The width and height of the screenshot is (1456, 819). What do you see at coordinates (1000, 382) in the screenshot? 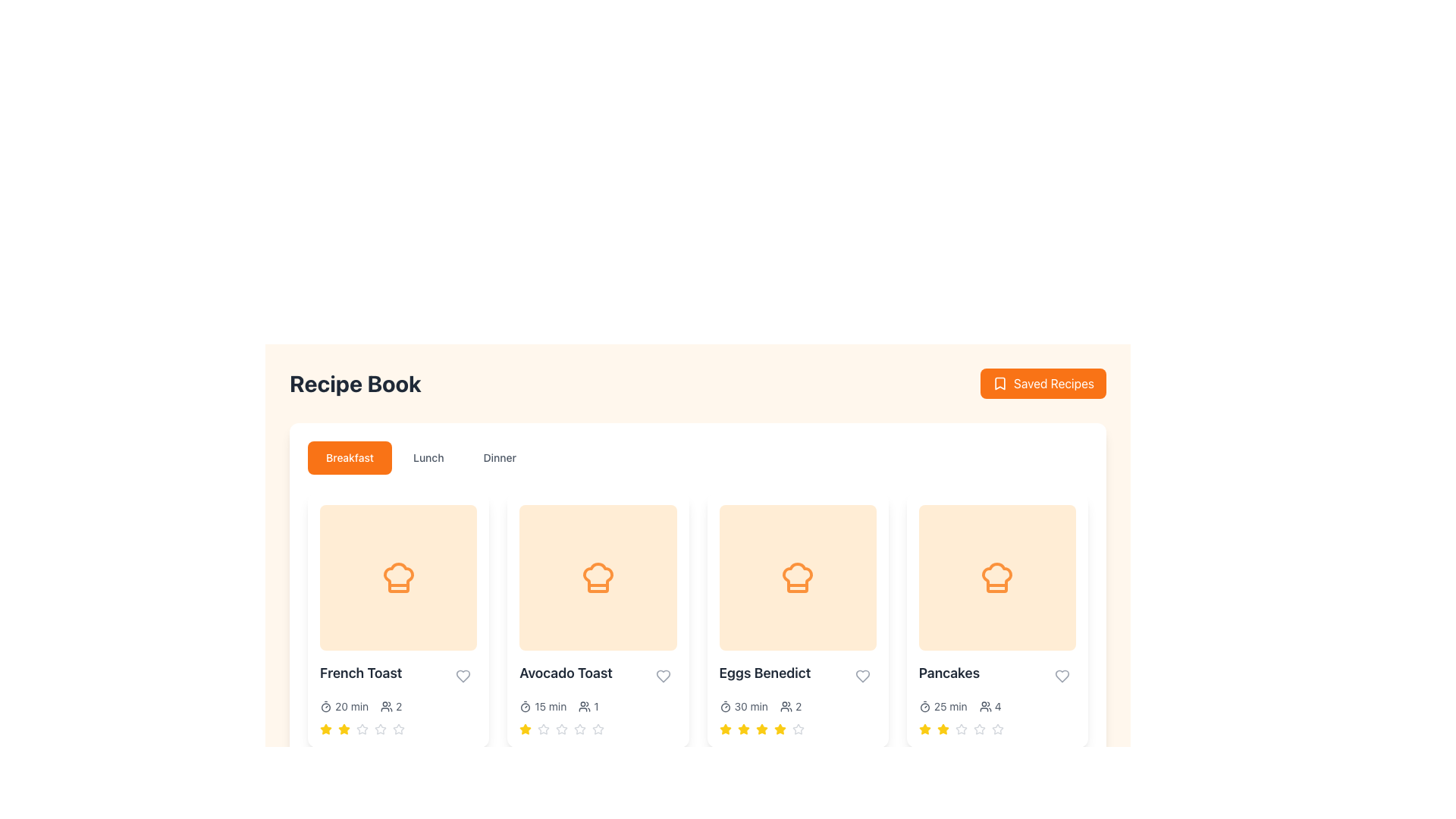
I see `the bookmark icon located to the left of the 'Saved Recipes' text within the orange button at the top-right corner of the interface` at bounding box center [1000, 382].